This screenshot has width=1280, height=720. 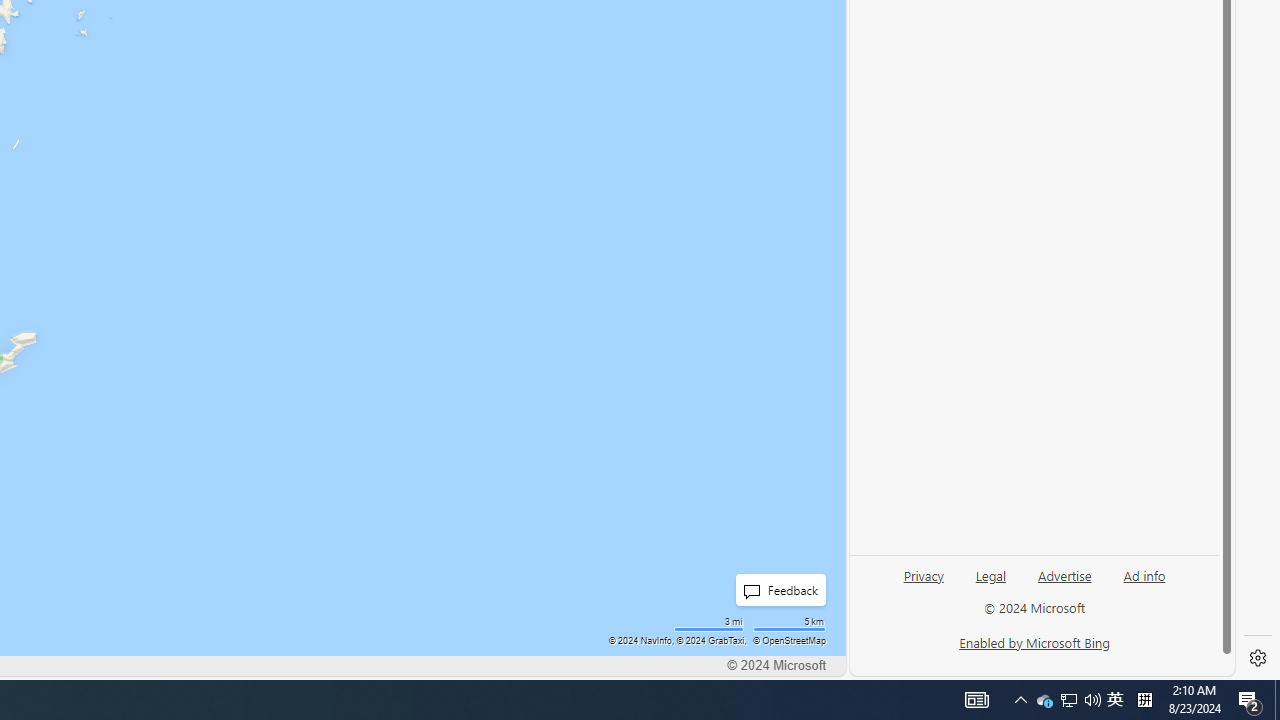 What do you see at coordinates (991, 574) in the screenshot?
I see `'Legal'` at bounding box center [991, 574].